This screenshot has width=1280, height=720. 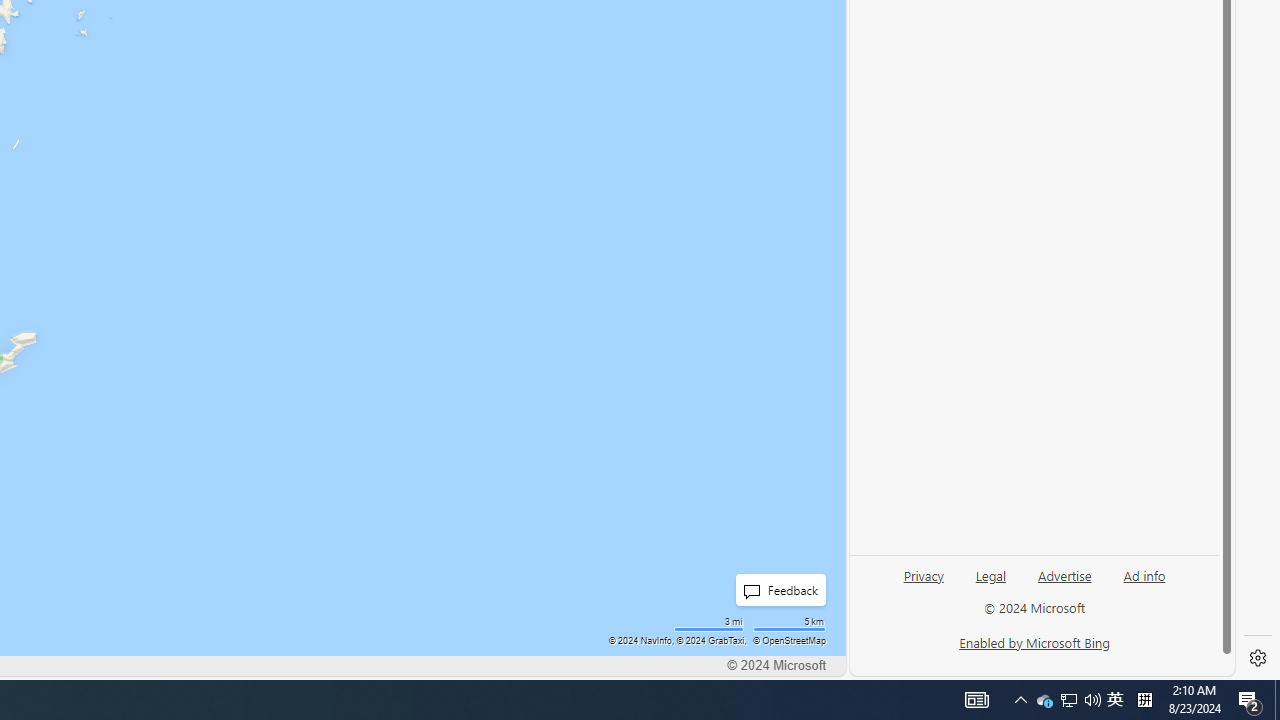 What do you see at coordinates (991, 574) in the screenshot?
I see `'Legal'` at bounding box center [991, 574].